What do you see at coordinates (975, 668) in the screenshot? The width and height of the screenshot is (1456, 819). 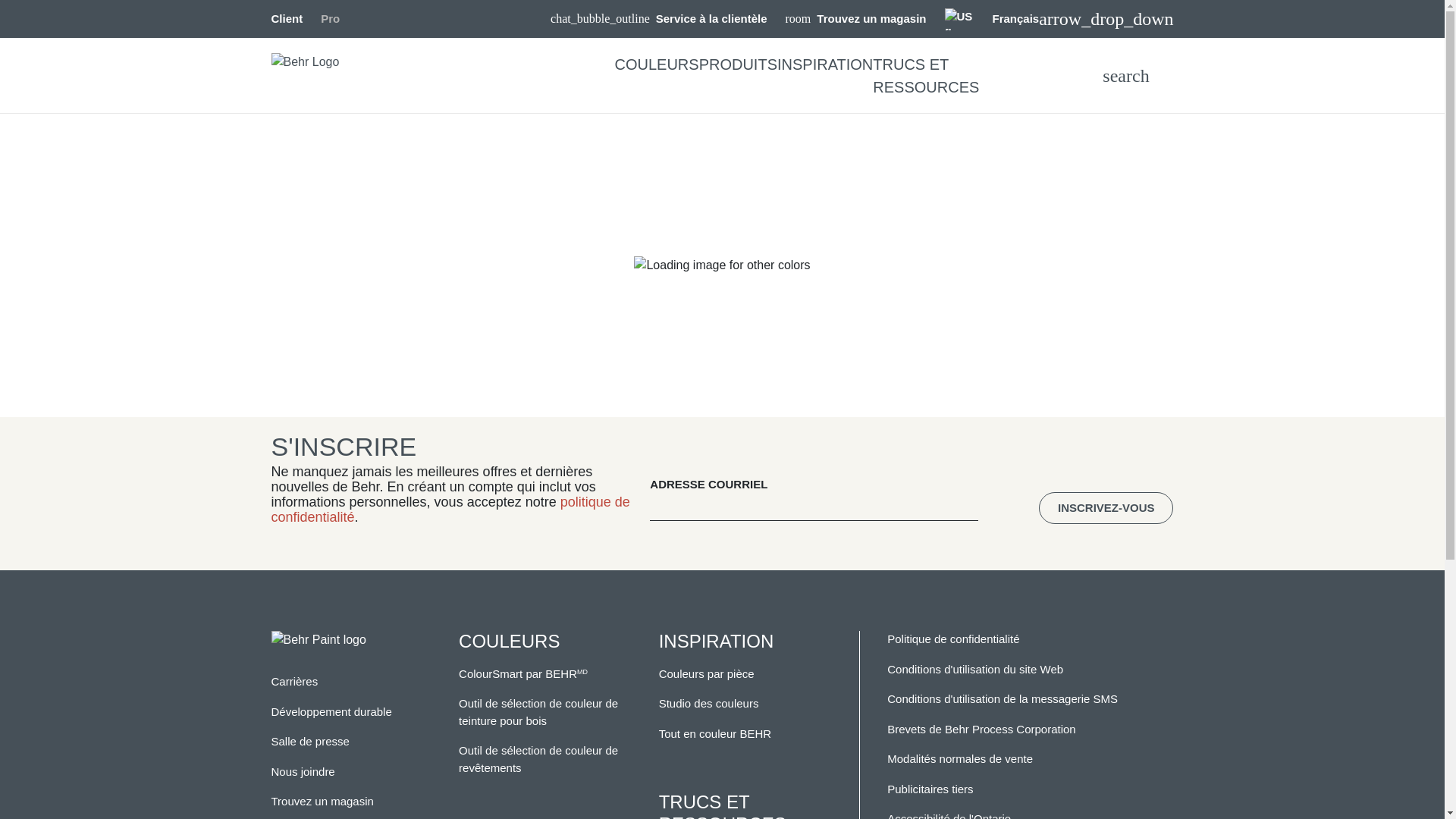 I see `'Conditions d'utilisation du site Web'` at bounding box center [975, 668].